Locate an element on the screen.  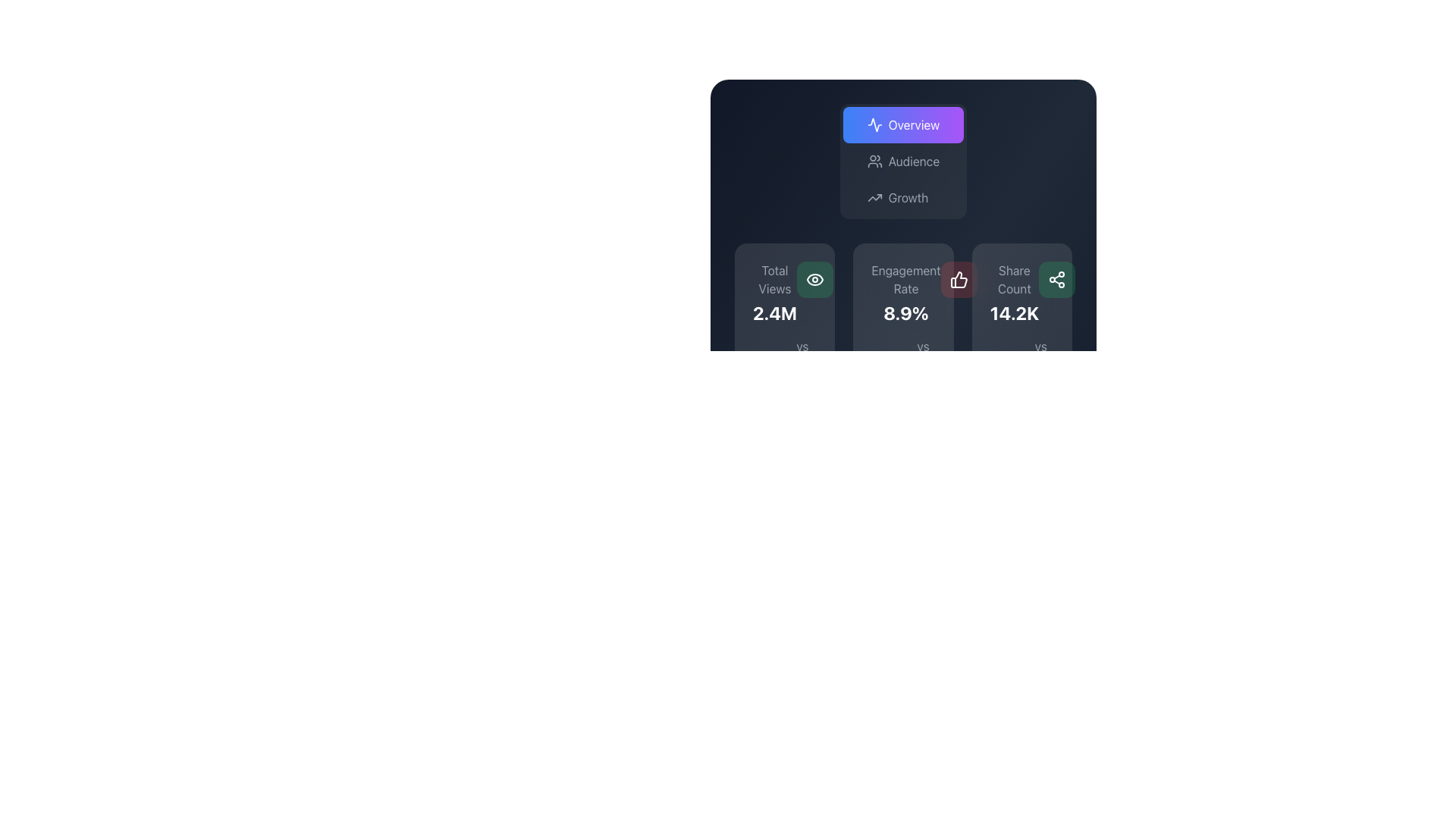
the share icon located at the bottom right corner of the 'Share Count' statistics panel is located at coordinates (1056, 280).